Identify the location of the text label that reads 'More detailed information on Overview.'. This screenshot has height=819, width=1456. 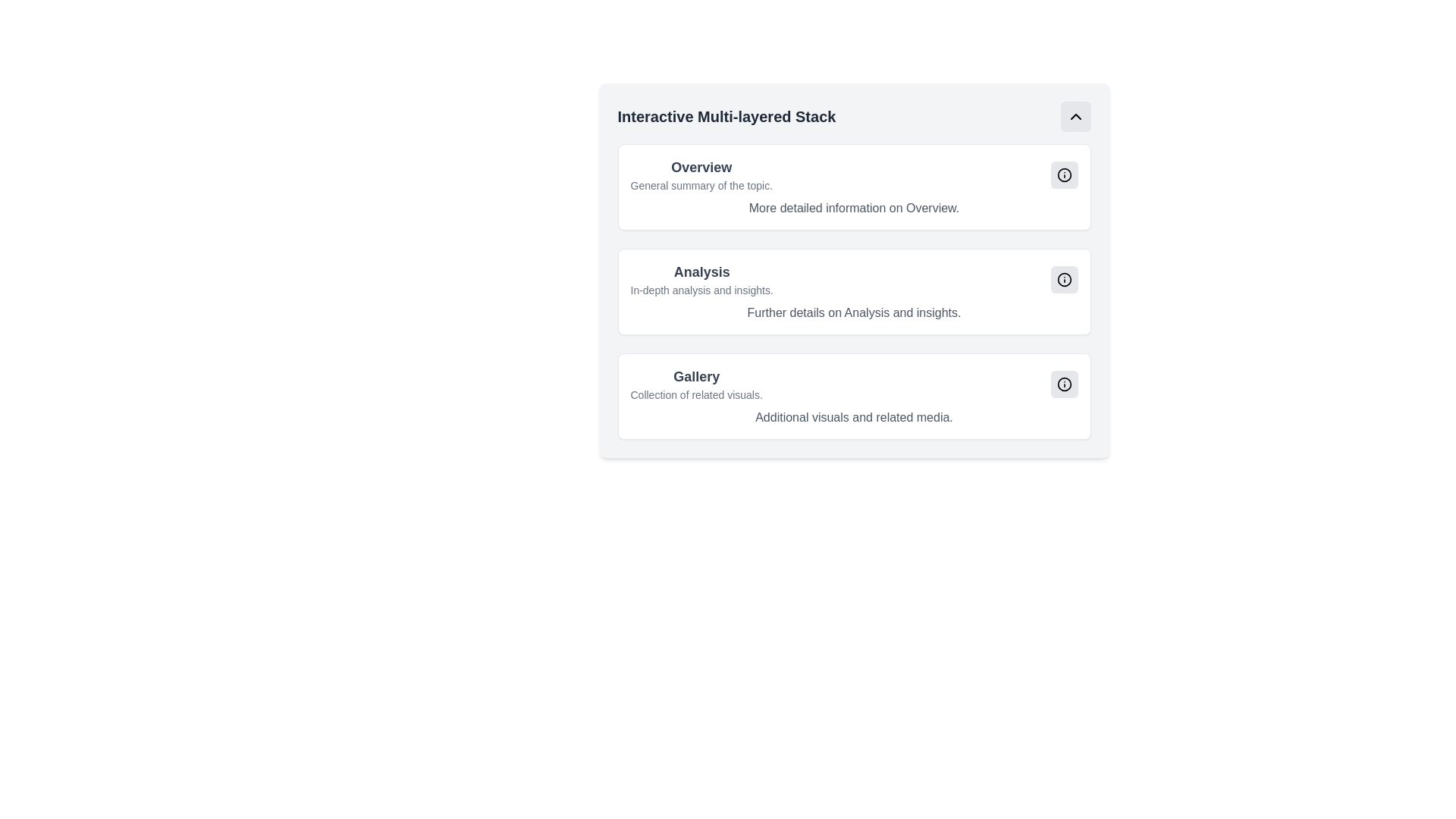
(854, 208).